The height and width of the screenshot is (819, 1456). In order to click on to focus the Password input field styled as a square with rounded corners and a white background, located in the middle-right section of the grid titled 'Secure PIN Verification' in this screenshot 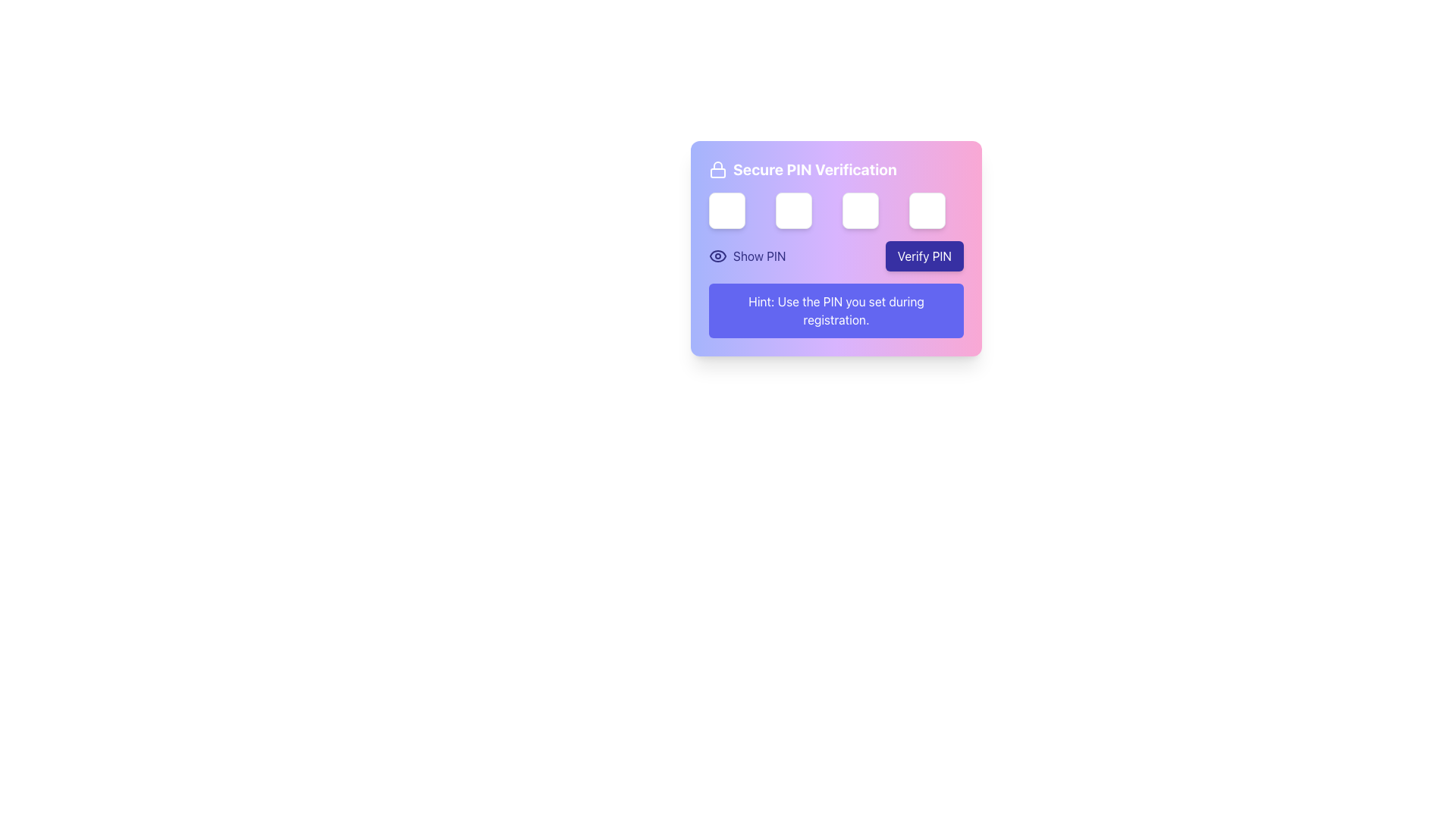, I will do `click(860, 210)`.